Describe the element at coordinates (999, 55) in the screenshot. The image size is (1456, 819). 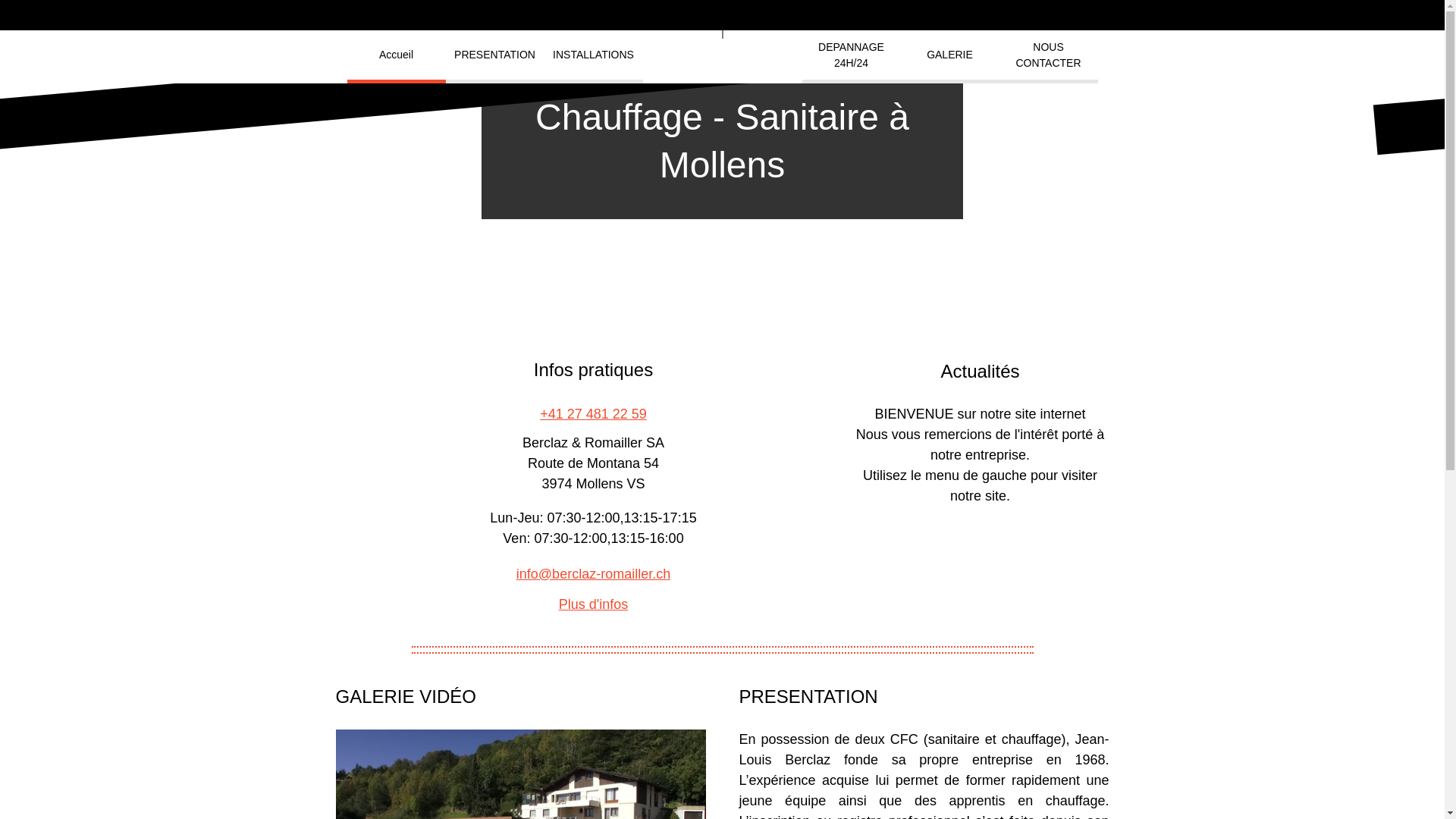
I see `'NOUS CONTACTER'` at that location.